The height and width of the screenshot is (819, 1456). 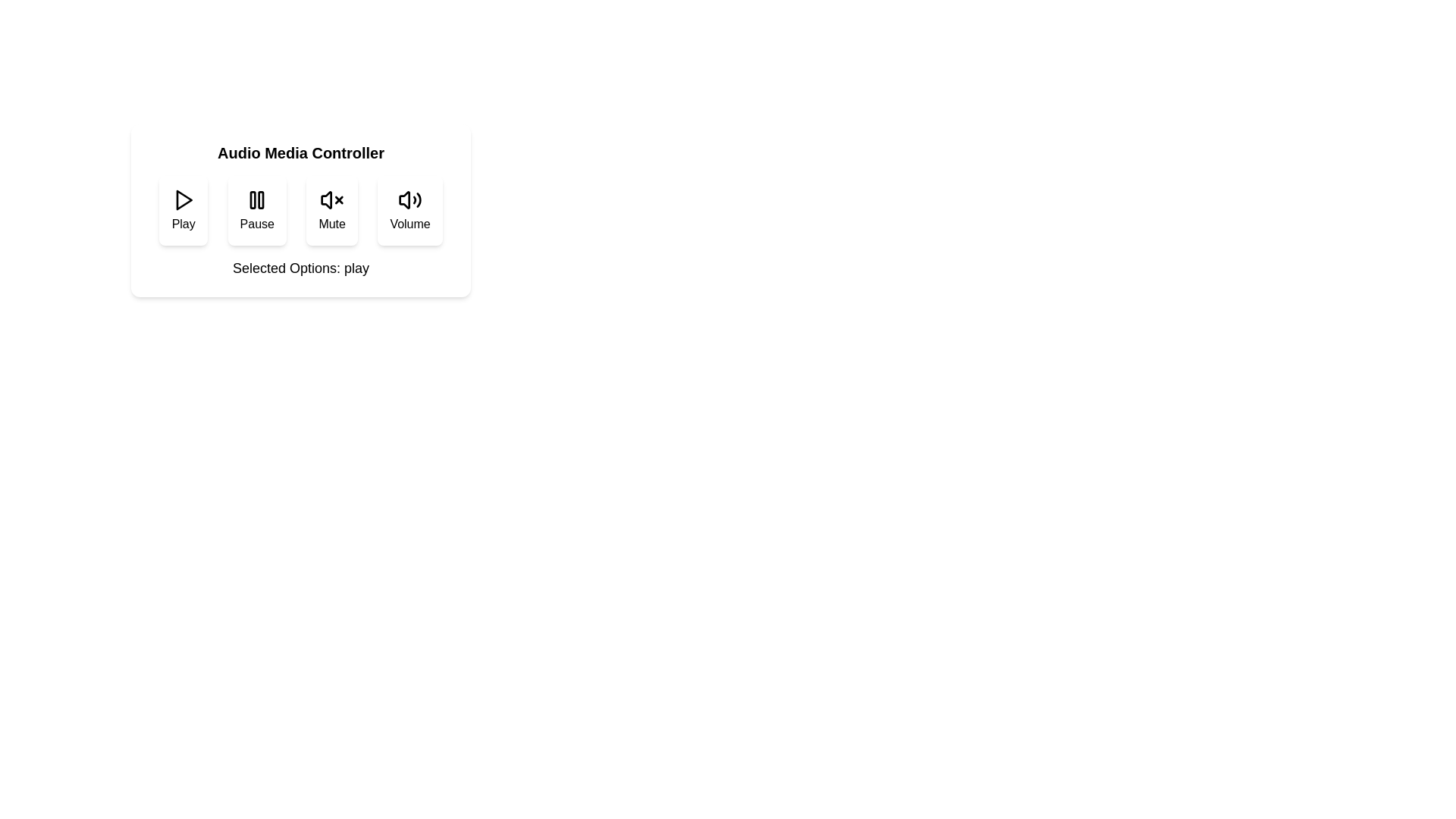 What do you see at coordinates (182, 210) in the screenshot?
I see `the Play button to toggle its state` at bounding box center [182, 210].